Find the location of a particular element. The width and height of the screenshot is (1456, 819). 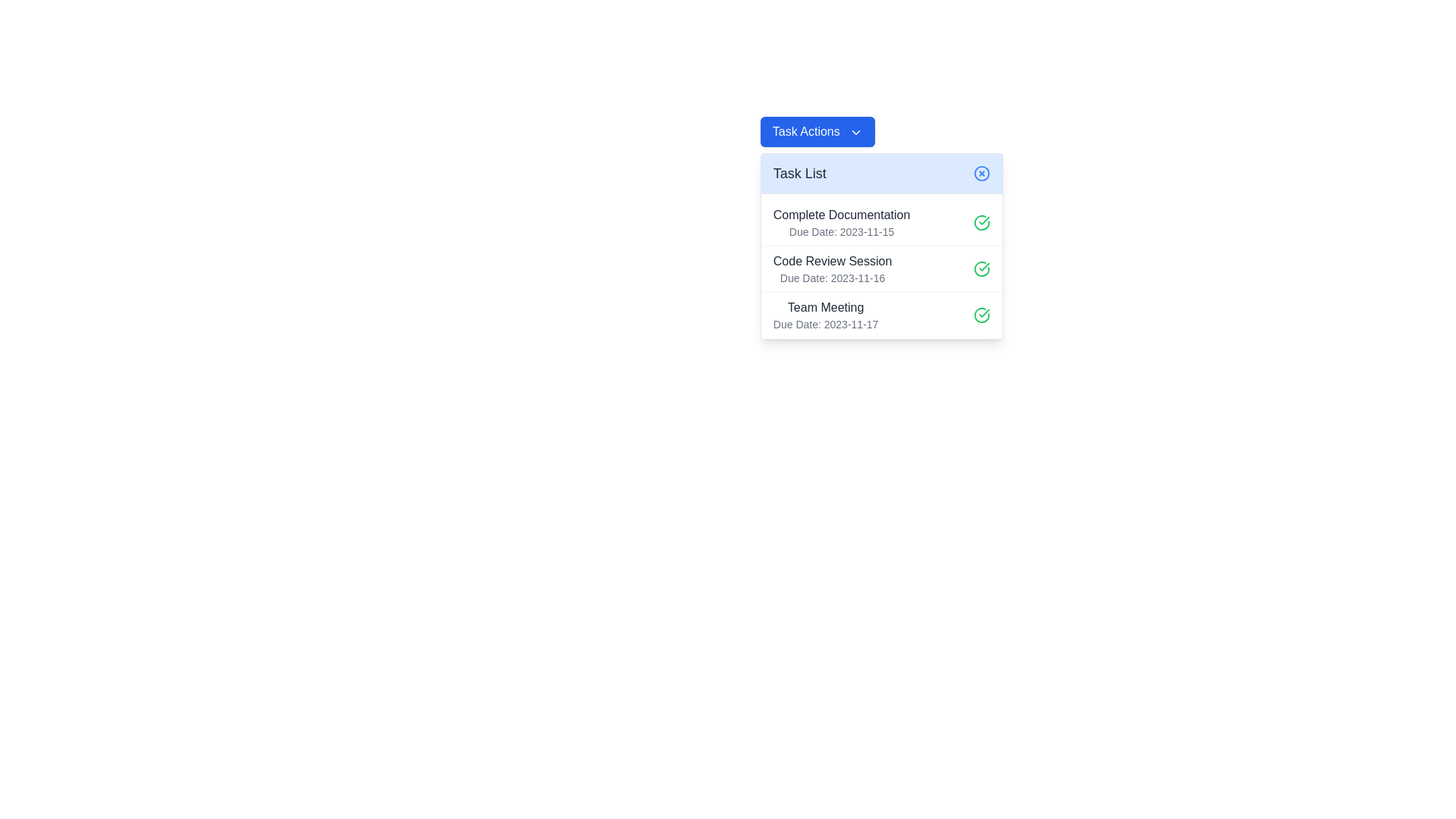

the 'Team Meeting' text label, which is a bold, dark gray font positioned at the bottom of the task list, above the due date line is located at coordinates (825, 307).